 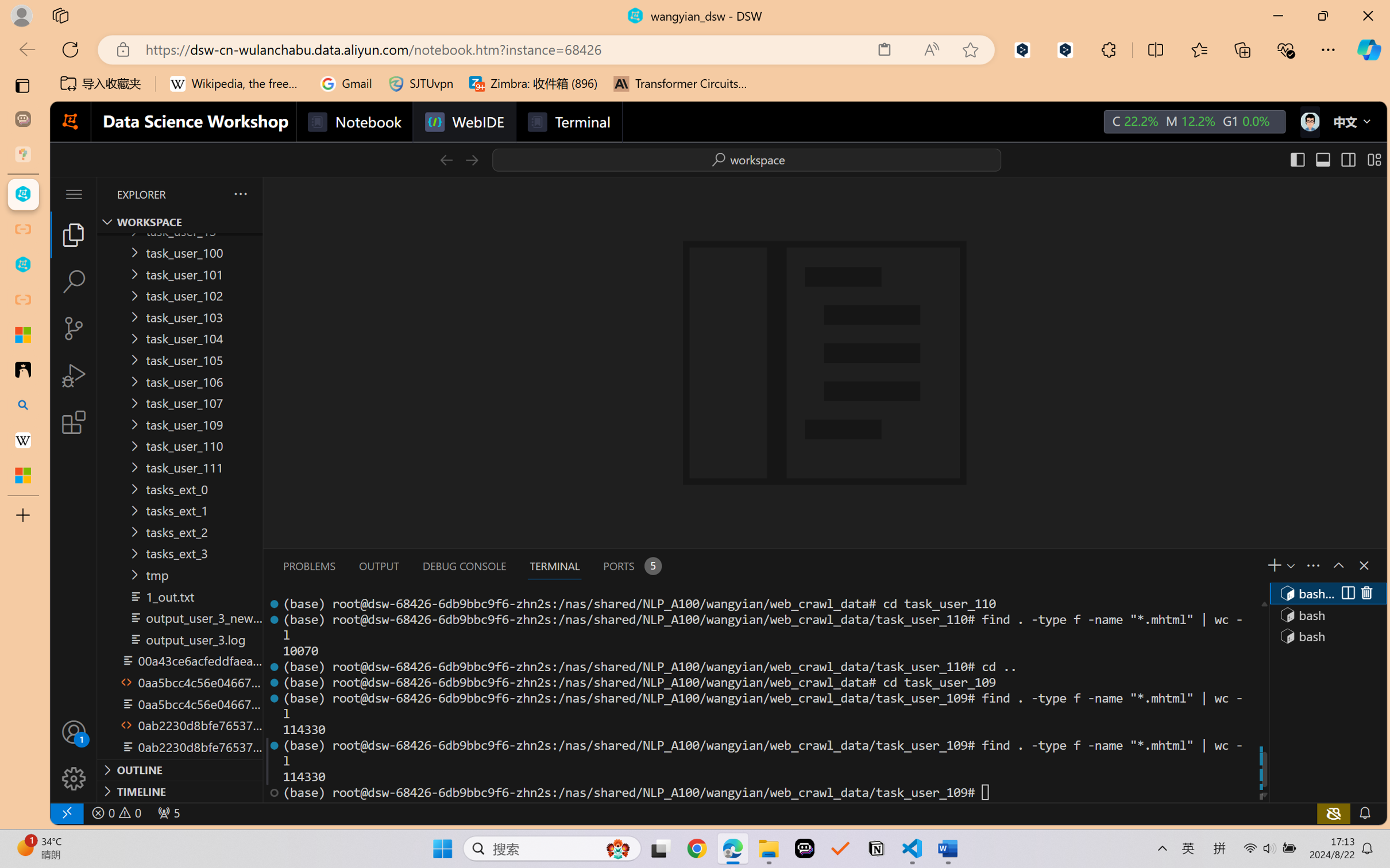 I want to click on 'Transformer Circuits Thread', so click(x=680, y=83).